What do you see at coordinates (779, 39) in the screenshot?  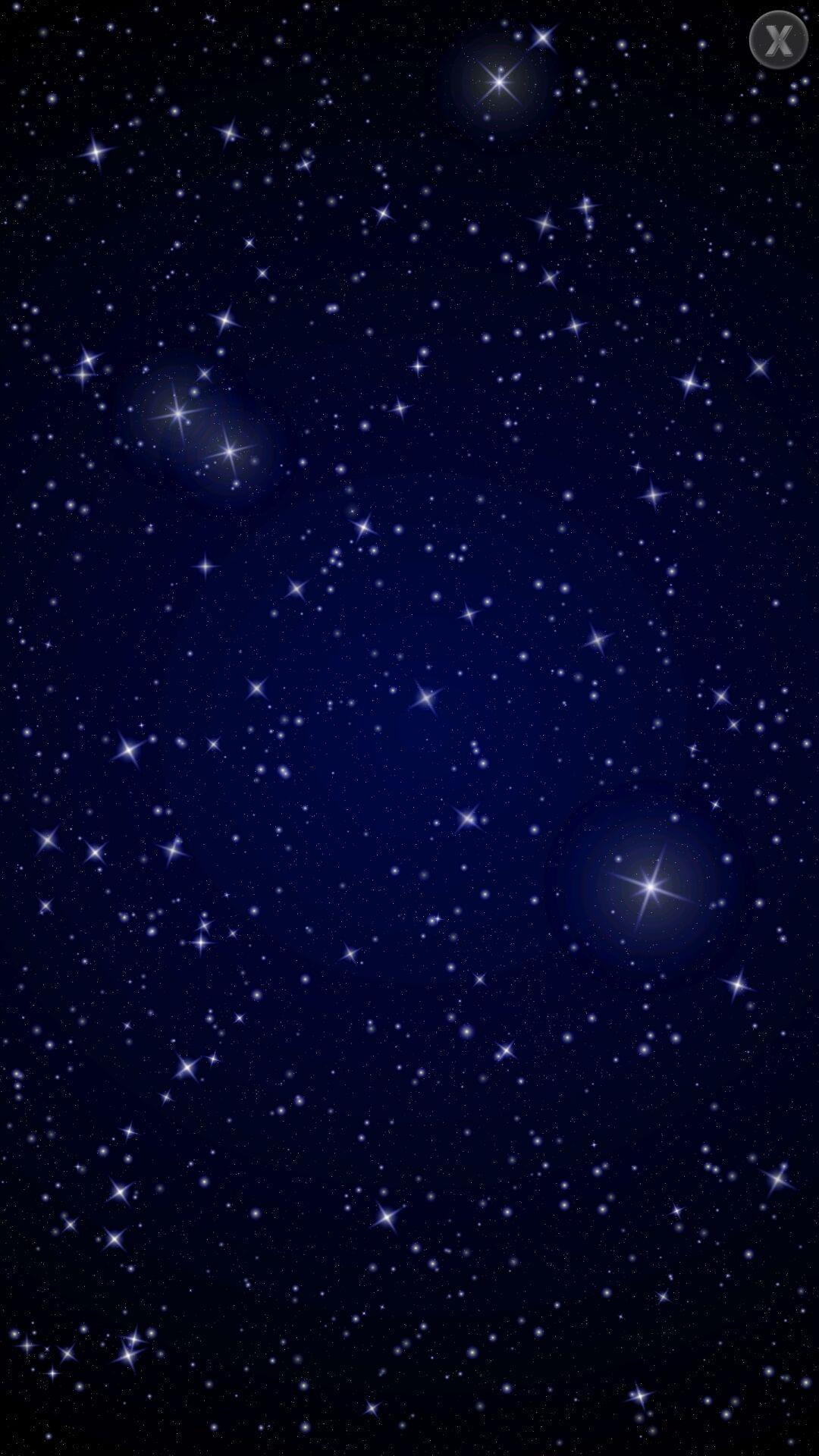 I see `window` at bounding box center [779, 39].